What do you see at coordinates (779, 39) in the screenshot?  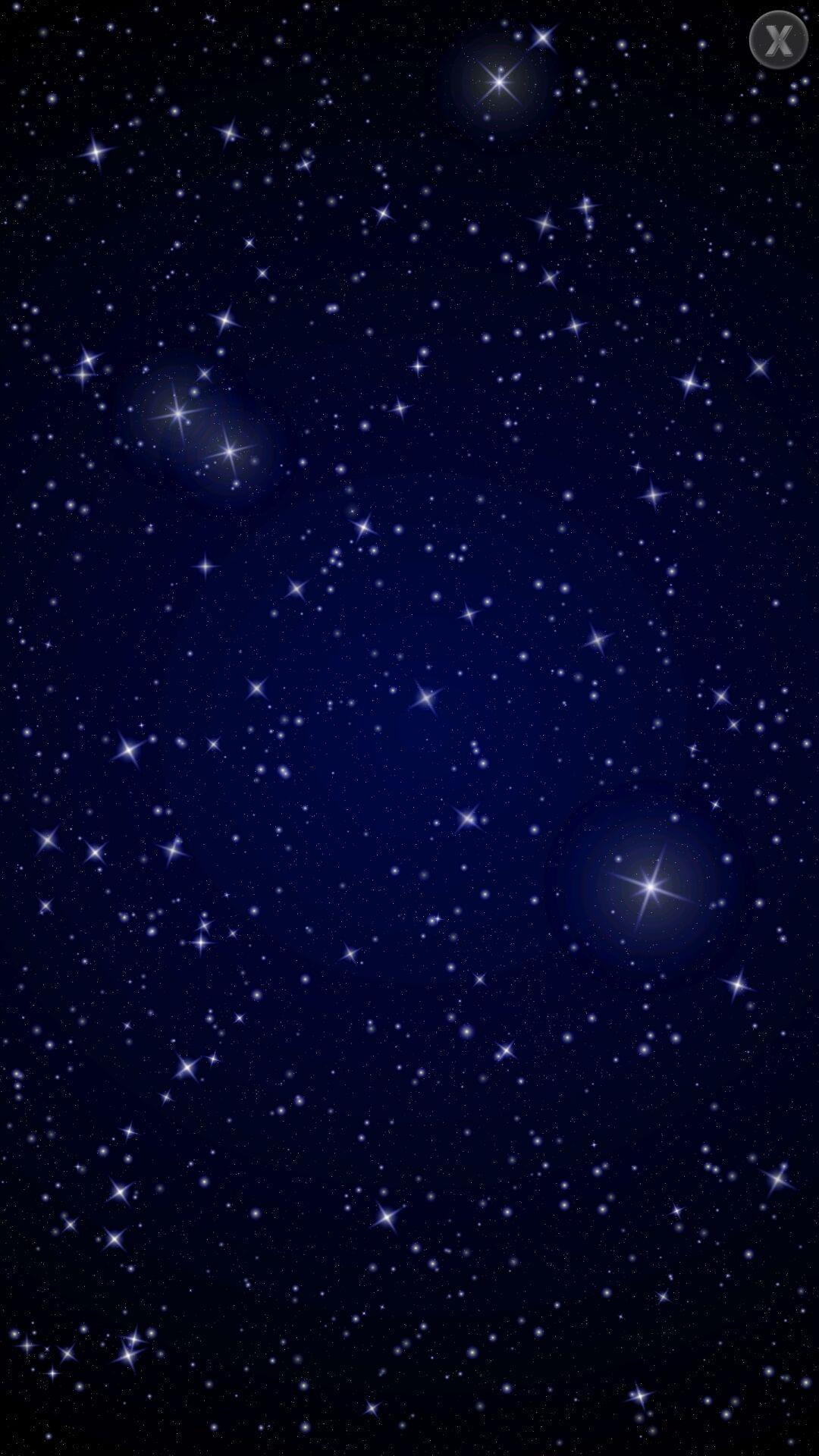 I see `window` at bounding box center [779, 39].